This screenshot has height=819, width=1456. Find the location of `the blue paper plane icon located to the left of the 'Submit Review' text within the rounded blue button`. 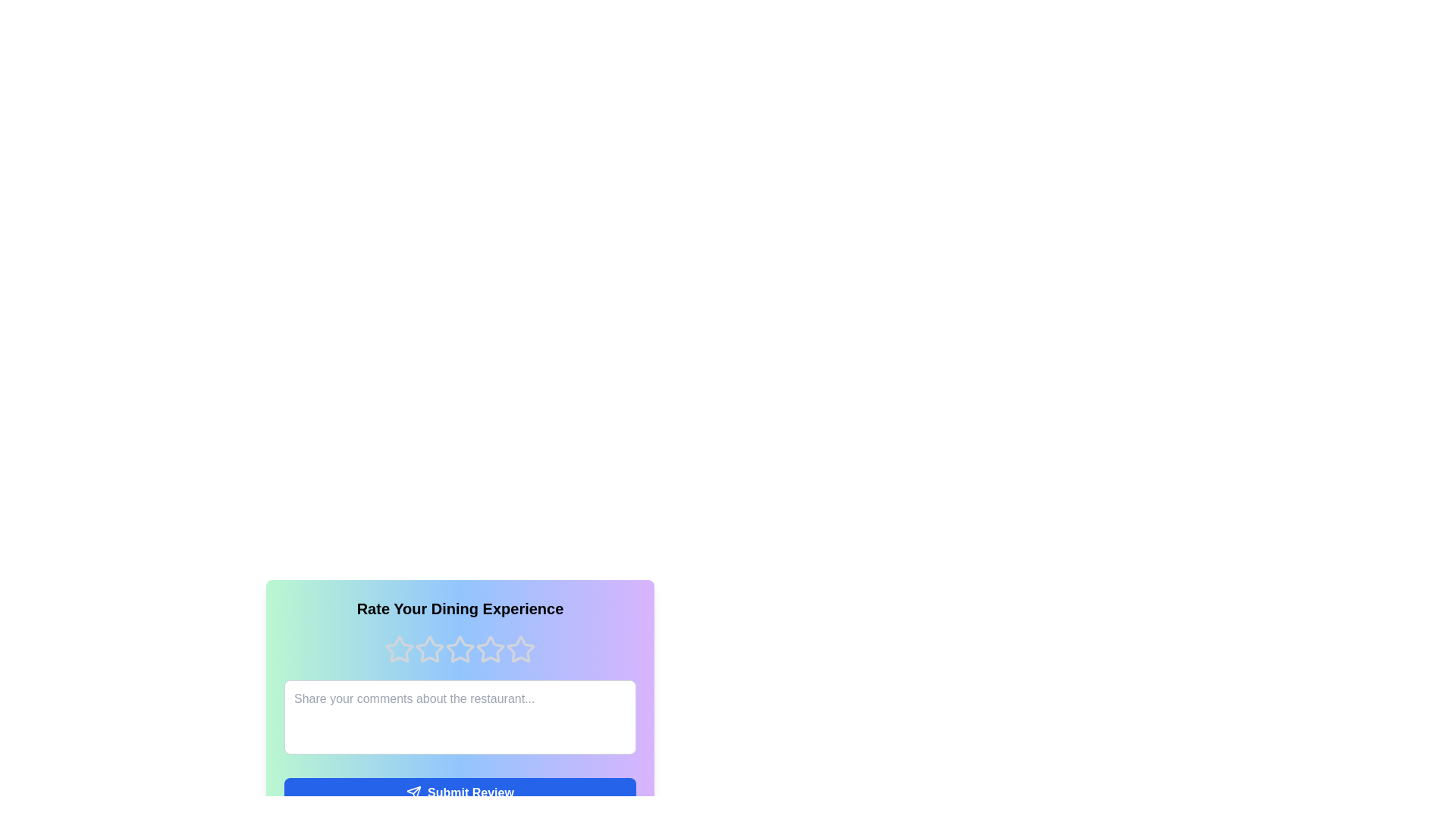

the blue paper plane icon located to the left of the 'Submit Review' text within the rounded blue button is located at coordinates (414, 792).